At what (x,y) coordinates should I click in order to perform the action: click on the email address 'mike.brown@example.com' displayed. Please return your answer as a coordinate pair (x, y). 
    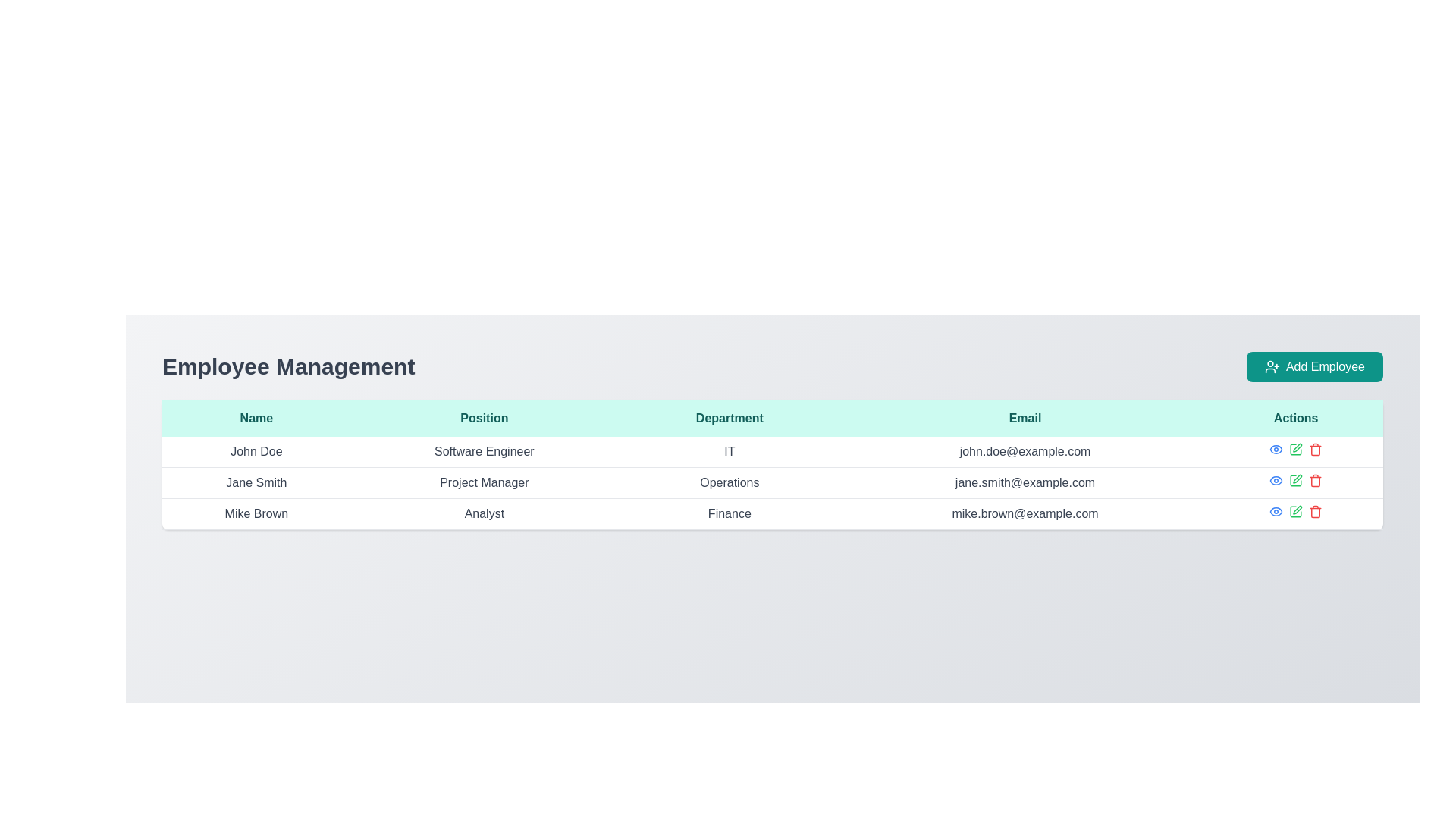
    Looking at the image, I should click on (1025, 513).